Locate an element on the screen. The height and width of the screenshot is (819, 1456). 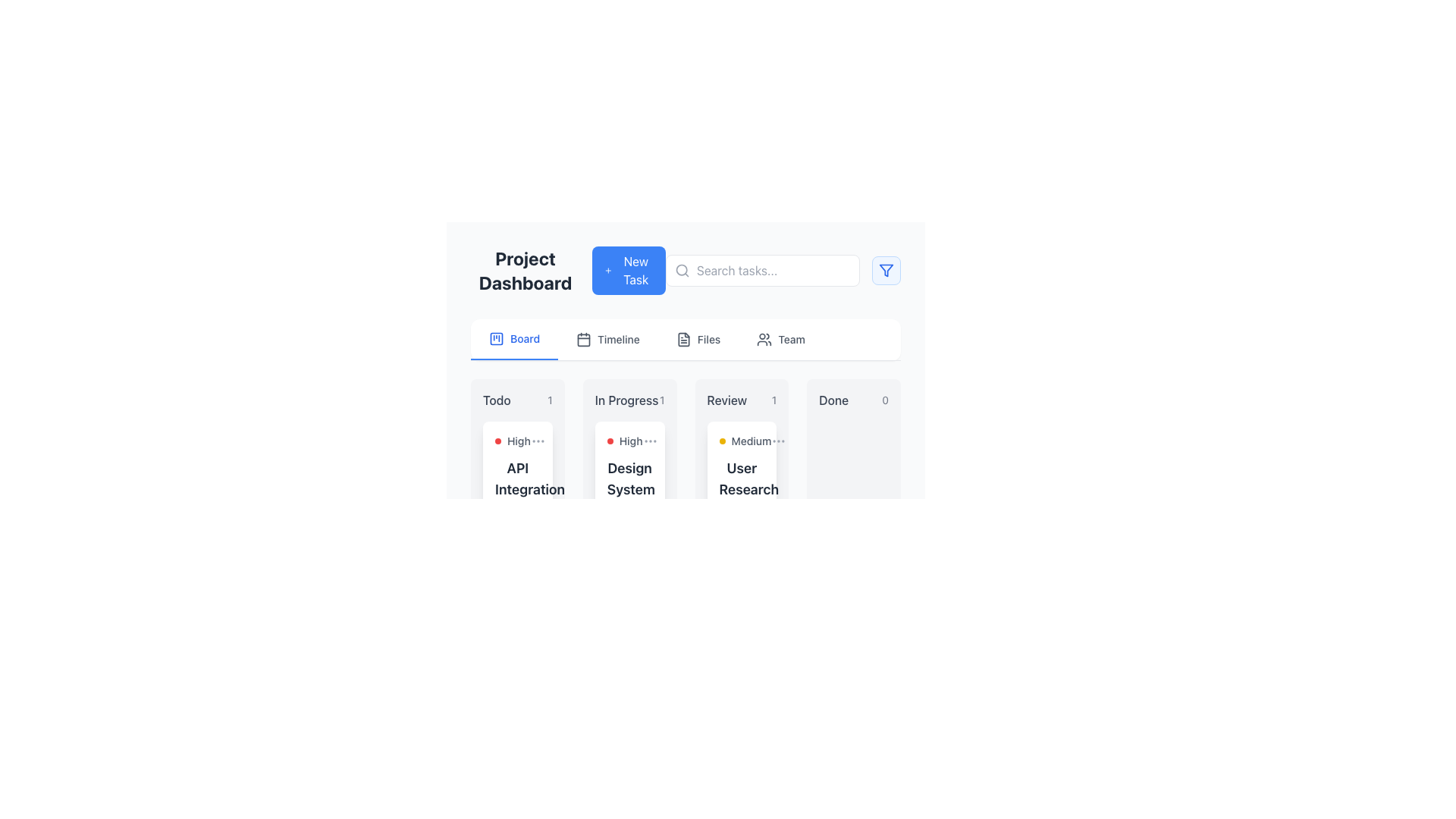
the text label titled 'Design System Updates' that identifies the task within the card interface under the 'In Progress' column is located at coordinates (629, 489).